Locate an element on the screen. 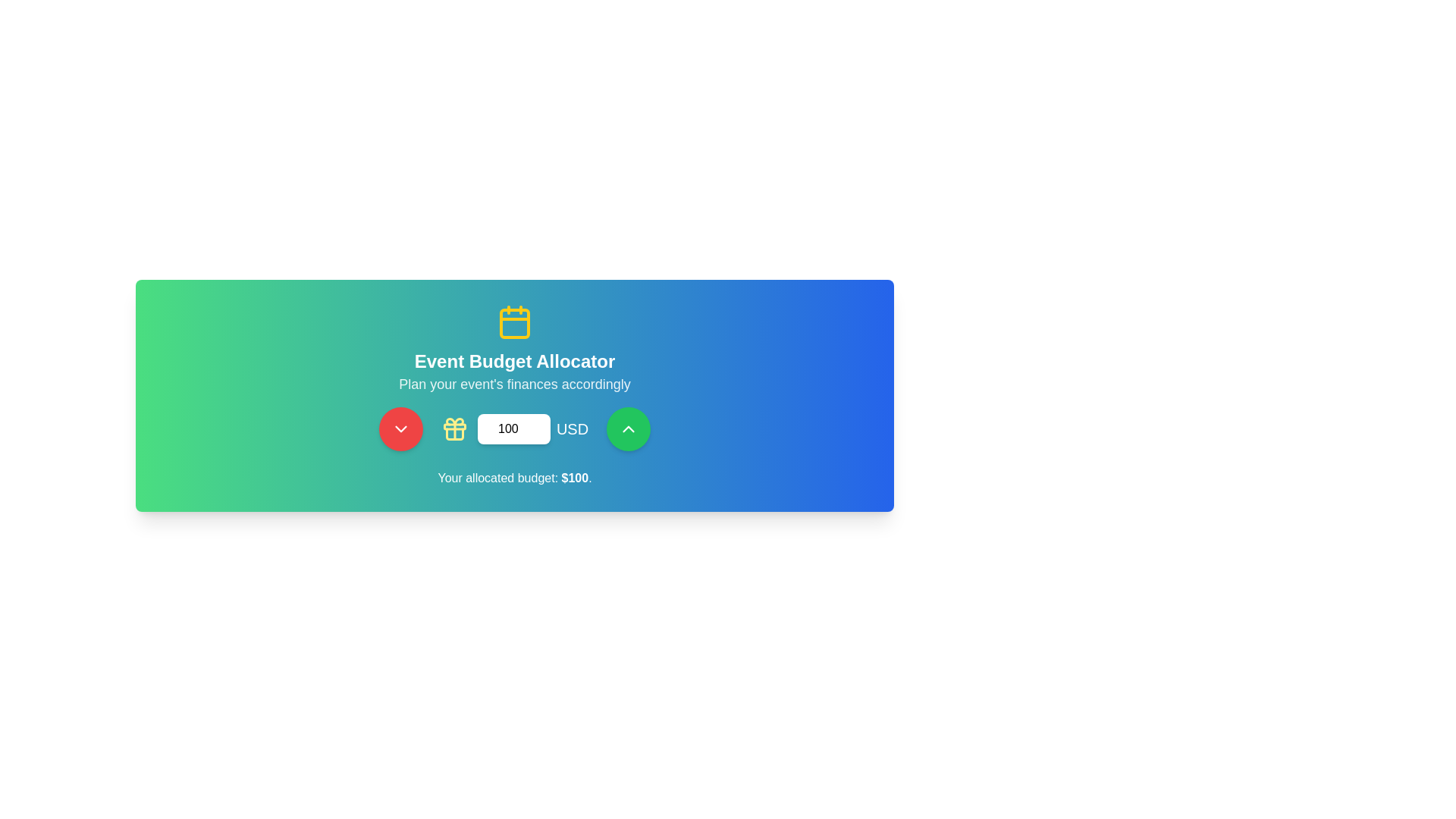 This screenshot has width=1456, height=819. the upward-facing chevron icon, which is white on a green circular background is located at coordinates (629, 429).